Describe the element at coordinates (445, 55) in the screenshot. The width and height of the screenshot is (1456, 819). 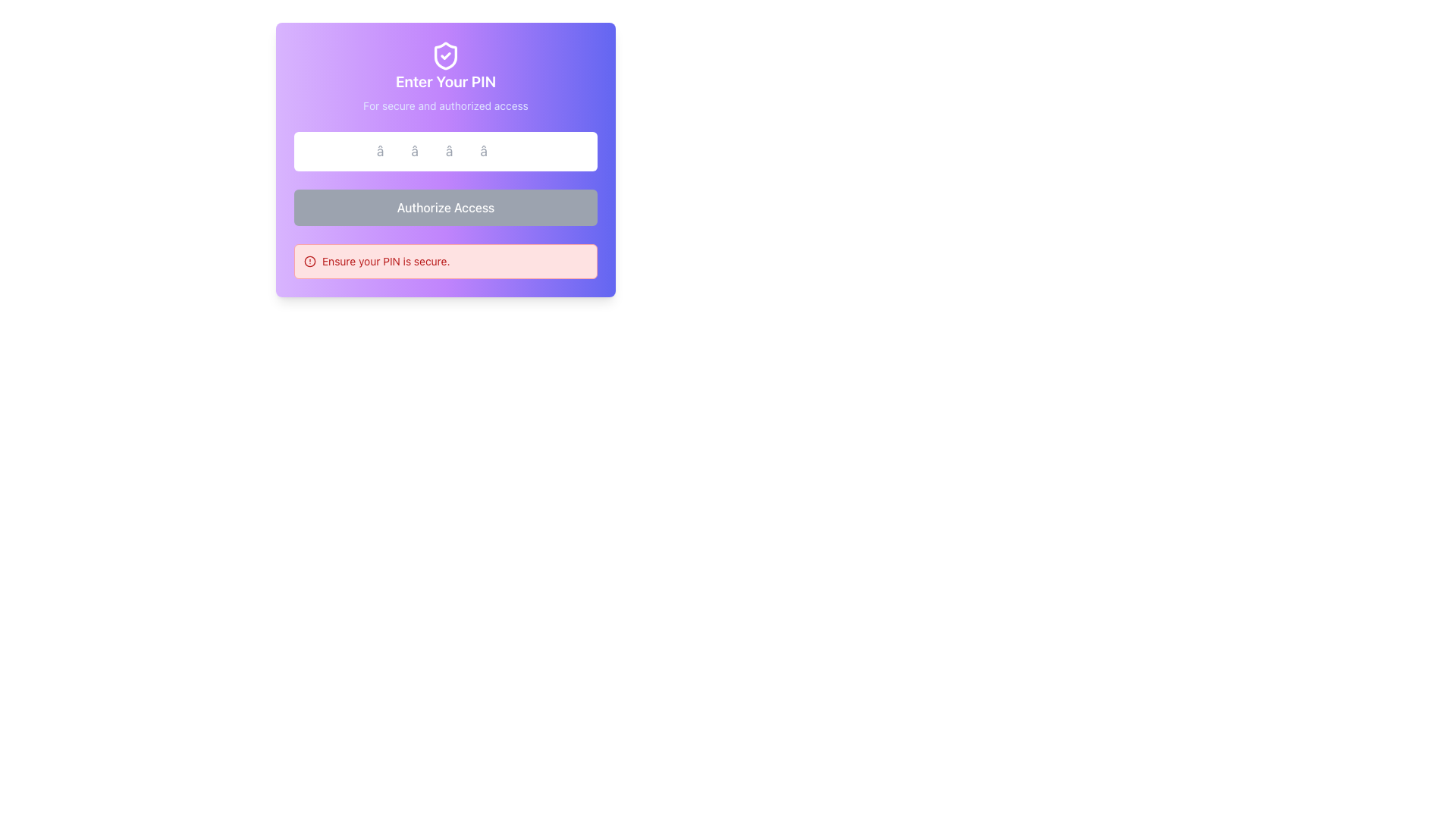
I see `the security icon located at the top of the login form, centered above the 'Enter Your PIN' text, to reassure the user of the secure access process` at that location.